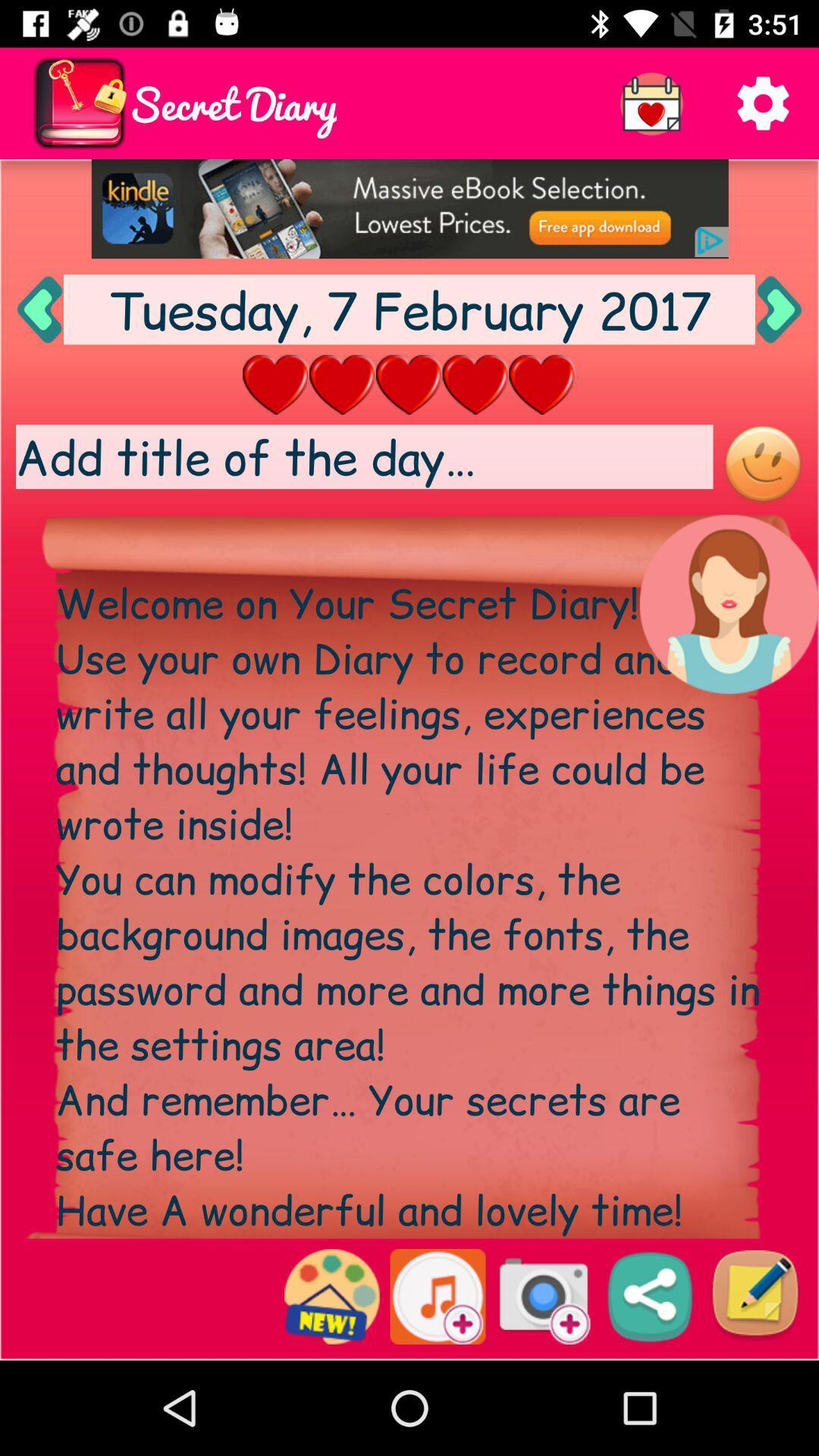  I want to click on the edit icon, so click(755, 1295).